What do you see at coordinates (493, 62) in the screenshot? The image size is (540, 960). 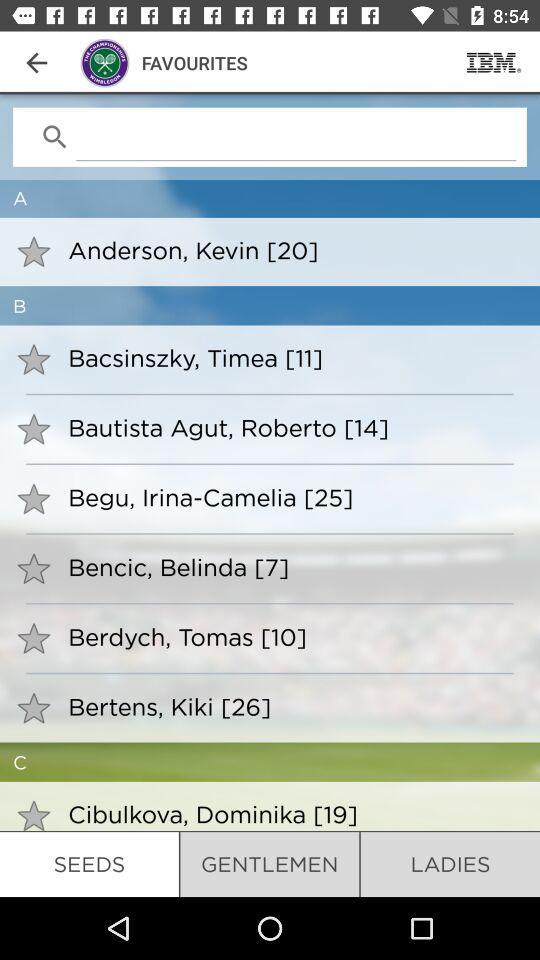 I see `the date_range icon` at bounding box center [493, 62].